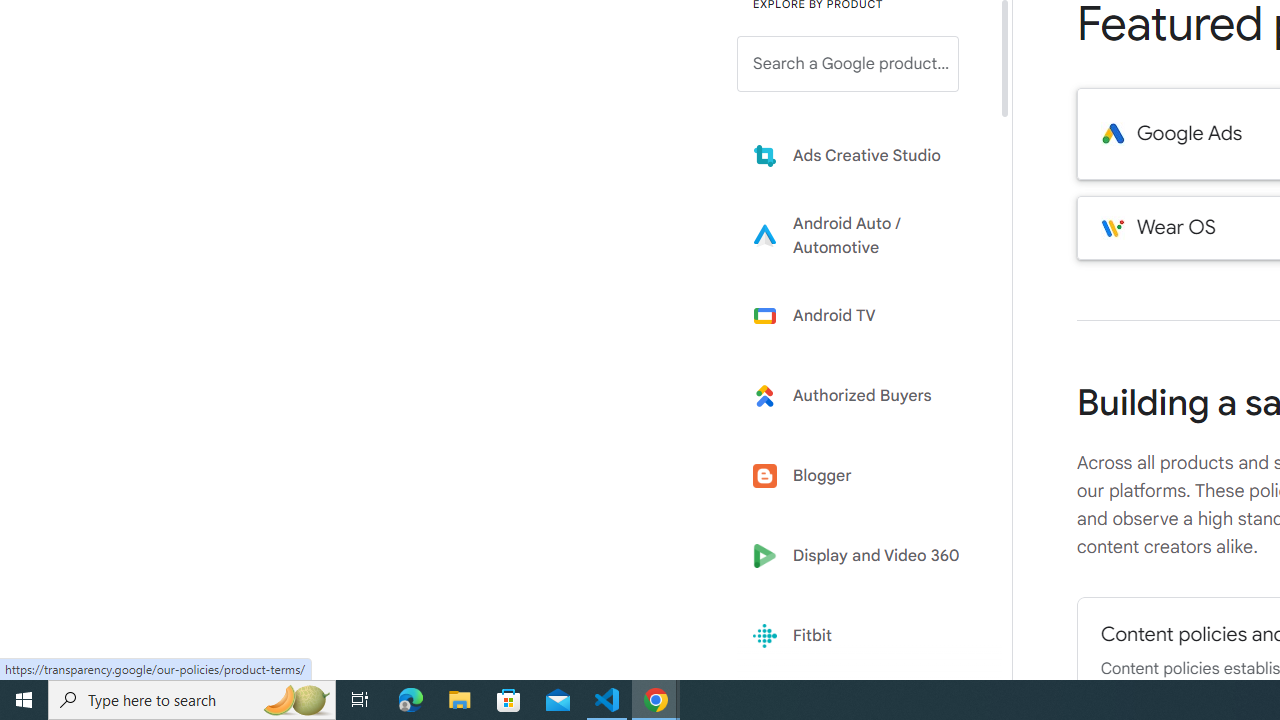  I want to click on 'Learn more about Android Auto', so click(862, 234).